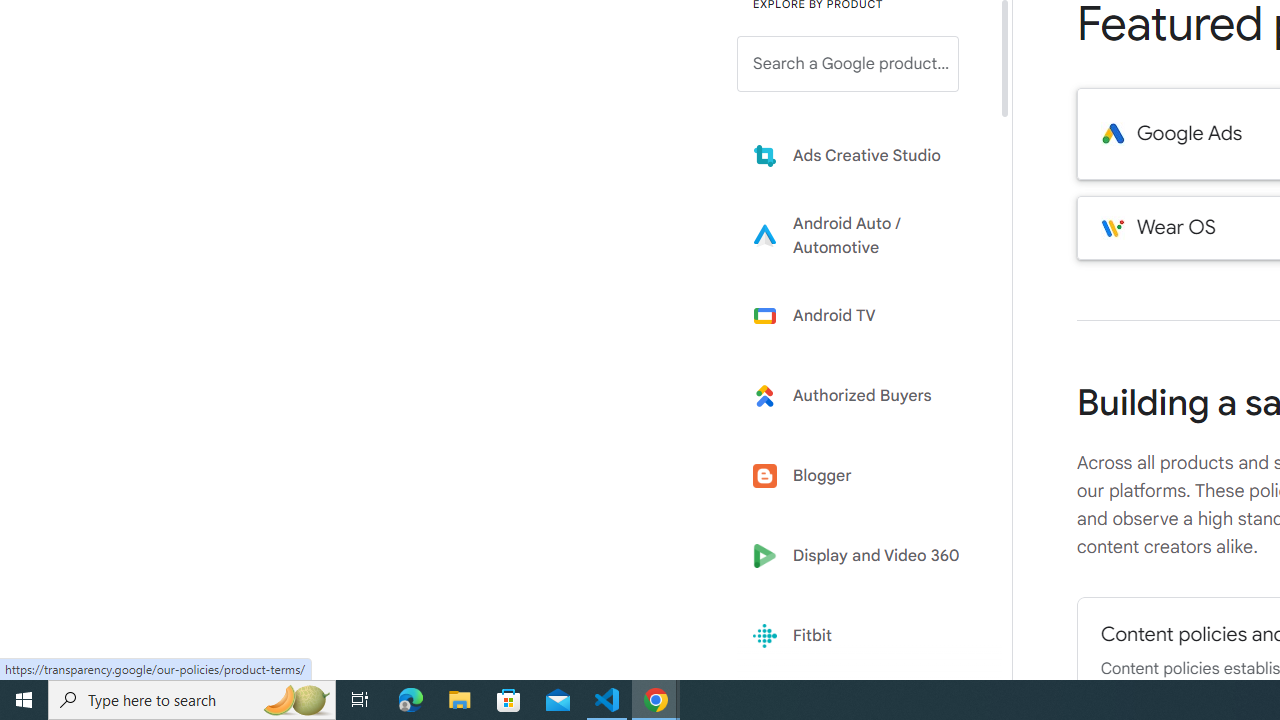  I want to click on 'Learn more about Android Auto', so click(862, 234).